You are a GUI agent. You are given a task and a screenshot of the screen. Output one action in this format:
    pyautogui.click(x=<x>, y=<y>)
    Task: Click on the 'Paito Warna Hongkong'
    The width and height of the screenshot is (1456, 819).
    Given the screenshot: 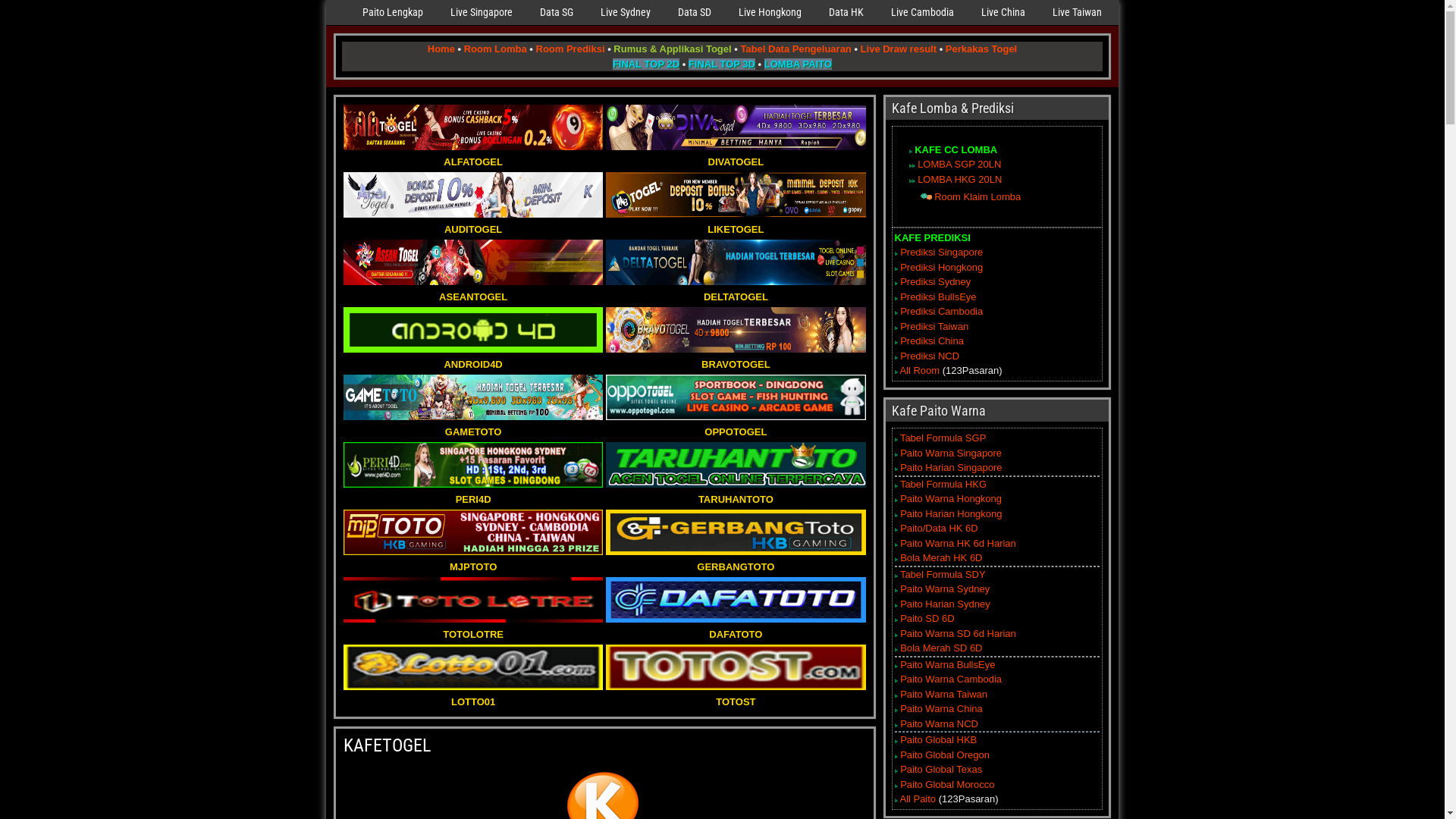 What is the action you would take?
    pyautogui.click(x=949, y=498)
    